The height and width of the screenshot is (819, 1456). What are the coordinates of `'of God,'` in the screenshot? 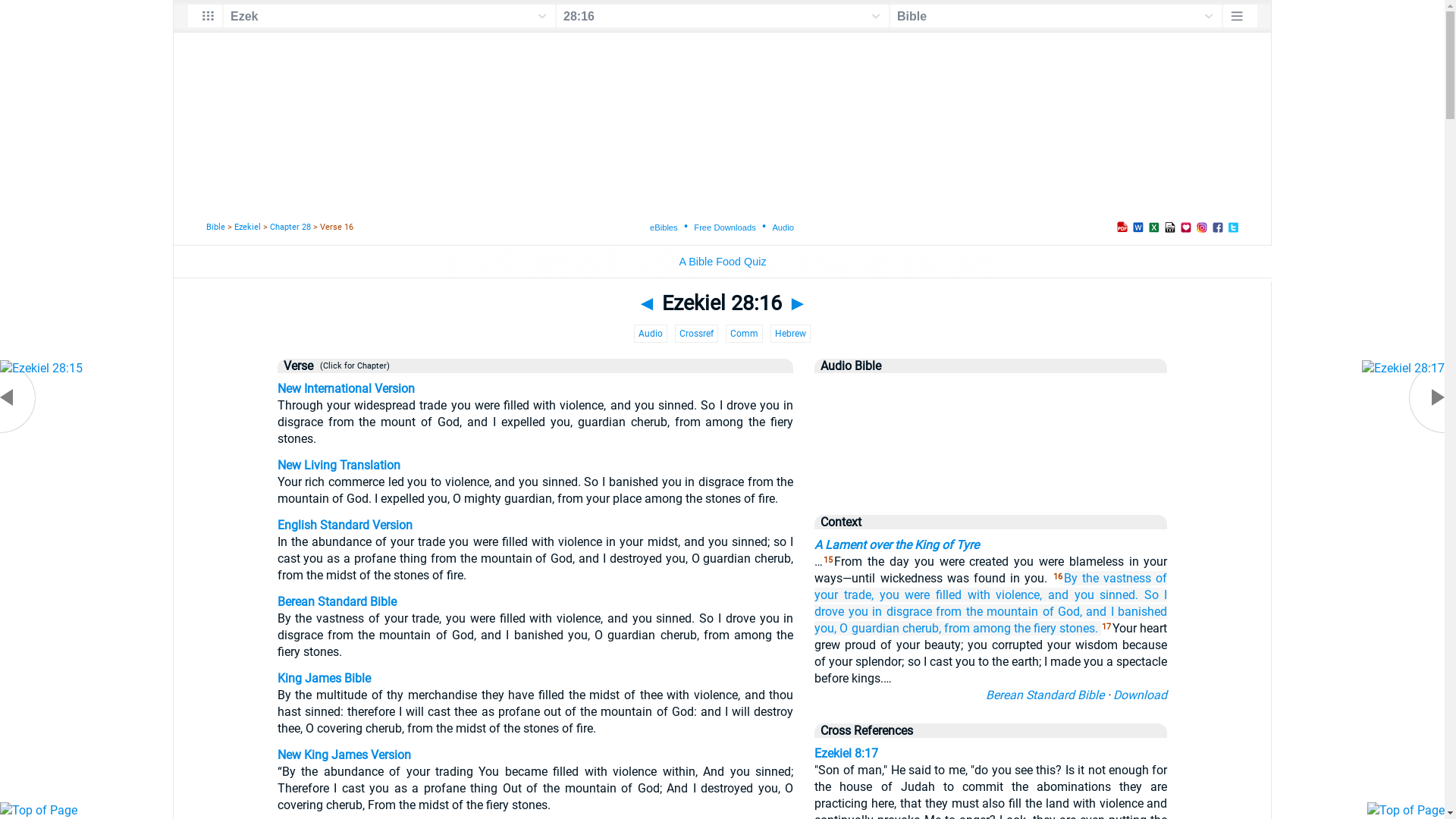 It's located at (1062, 610).